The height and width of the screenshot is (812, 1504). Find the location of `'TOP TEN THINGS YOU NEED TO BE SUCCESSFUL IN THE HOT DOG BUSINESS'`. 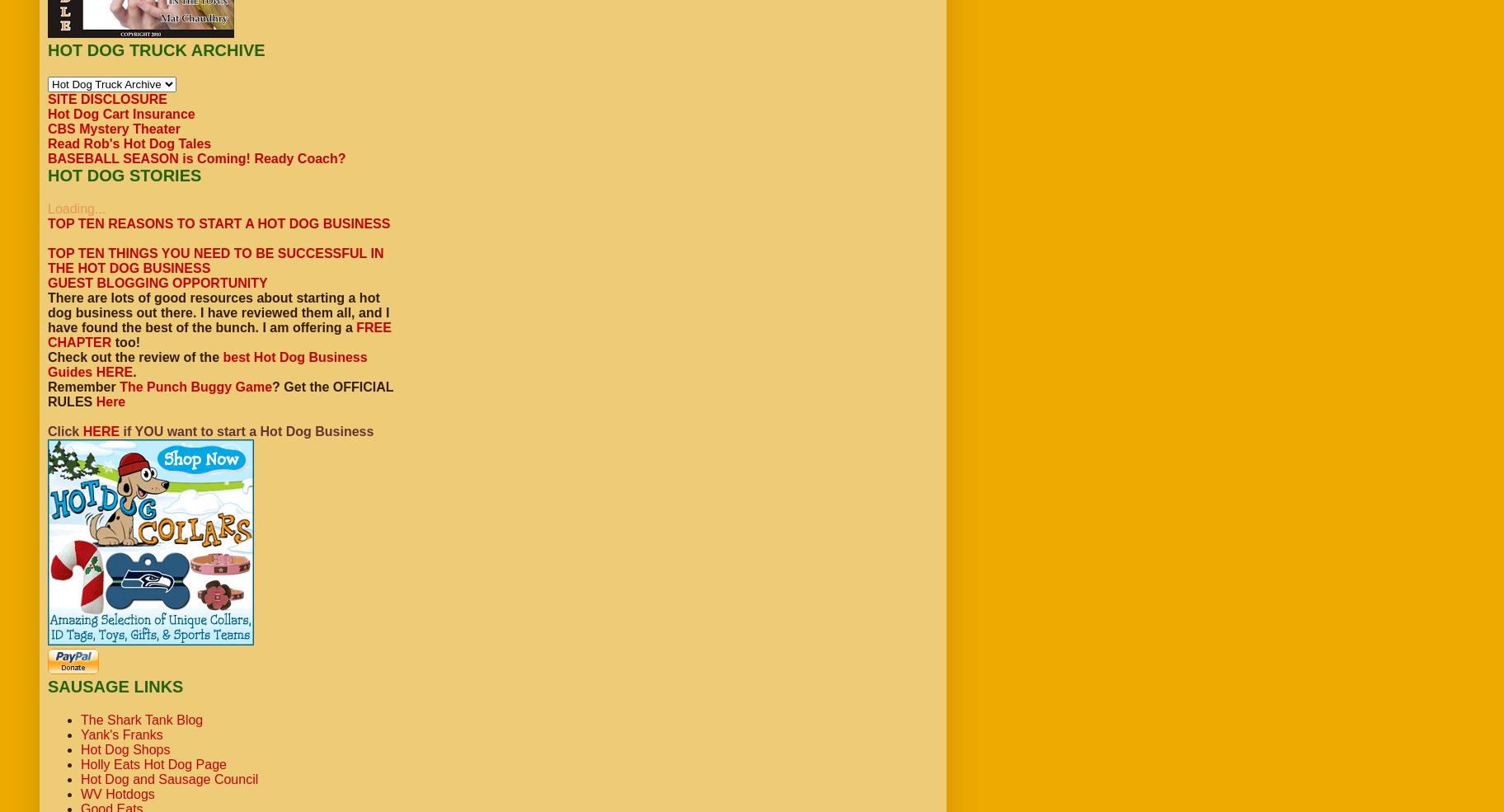

'TOP TEN THINGS YOU NEED TO BE SUCCESSFUL IN THE HOT DOG BUSINESS' is located at coordinates (215, 260).